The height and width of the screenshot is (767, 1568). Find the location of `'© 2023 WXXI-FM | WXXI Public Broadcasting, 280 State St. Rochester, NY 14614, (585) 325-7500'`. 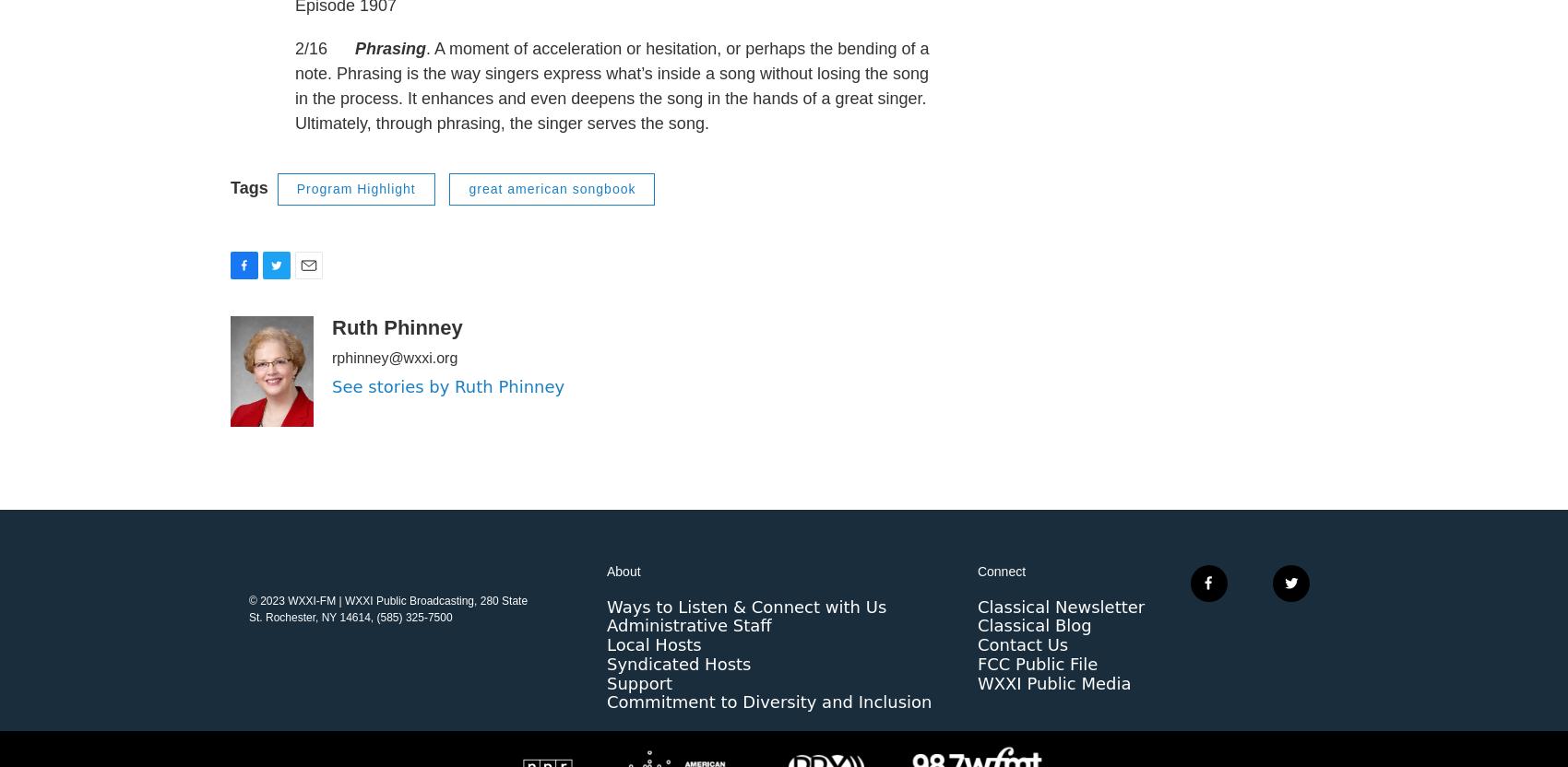

'© 2023 WXXI-FM | WXXI Public Broadcasting, 280 State St. Rochester, NY 14614, (585) 325-7500' is located at coordinates (386, 643).